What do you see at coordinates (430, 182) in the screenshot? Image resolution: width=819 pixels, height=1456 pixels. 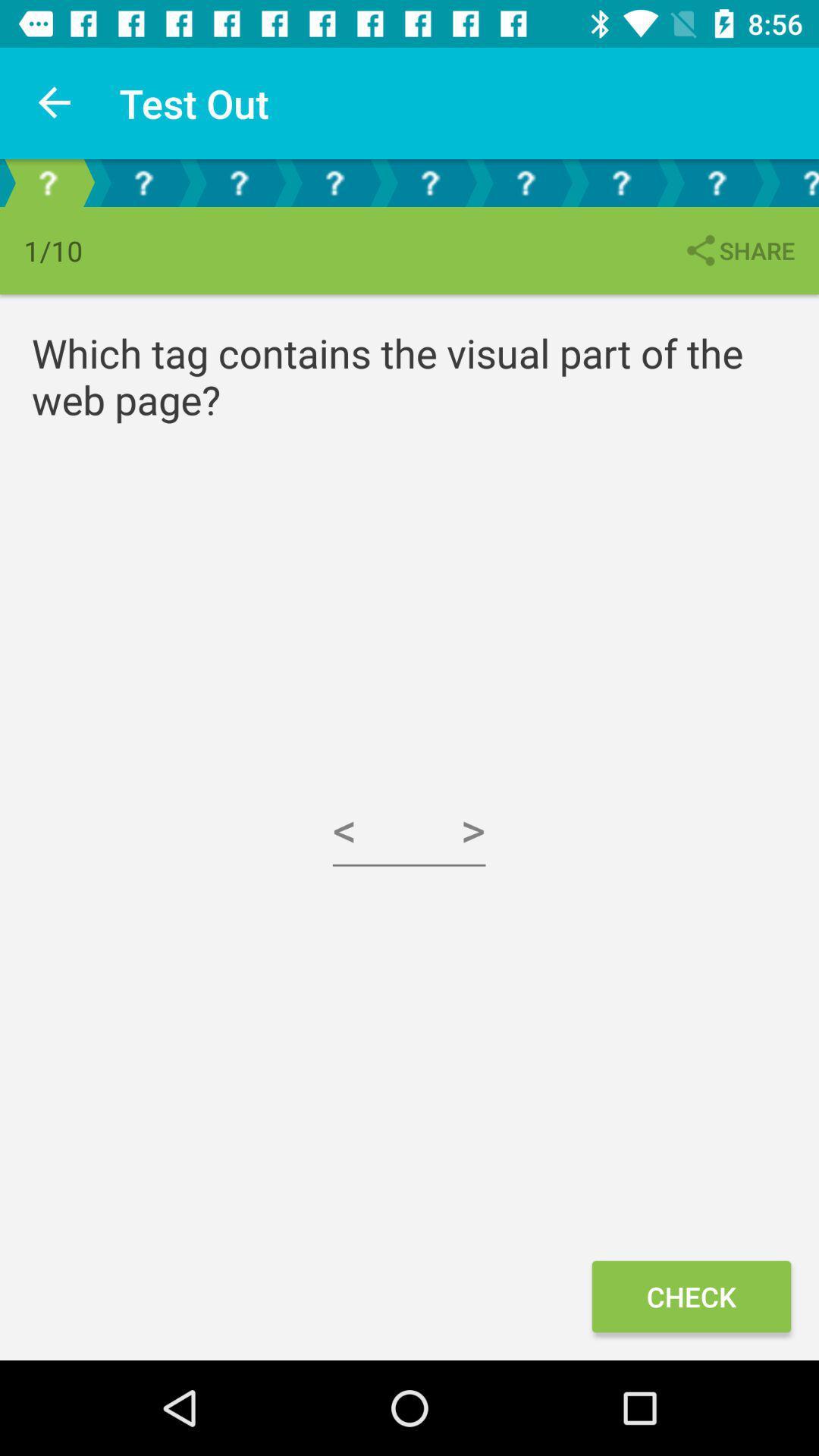 I see `question mark` at bounding box center [430, 182].